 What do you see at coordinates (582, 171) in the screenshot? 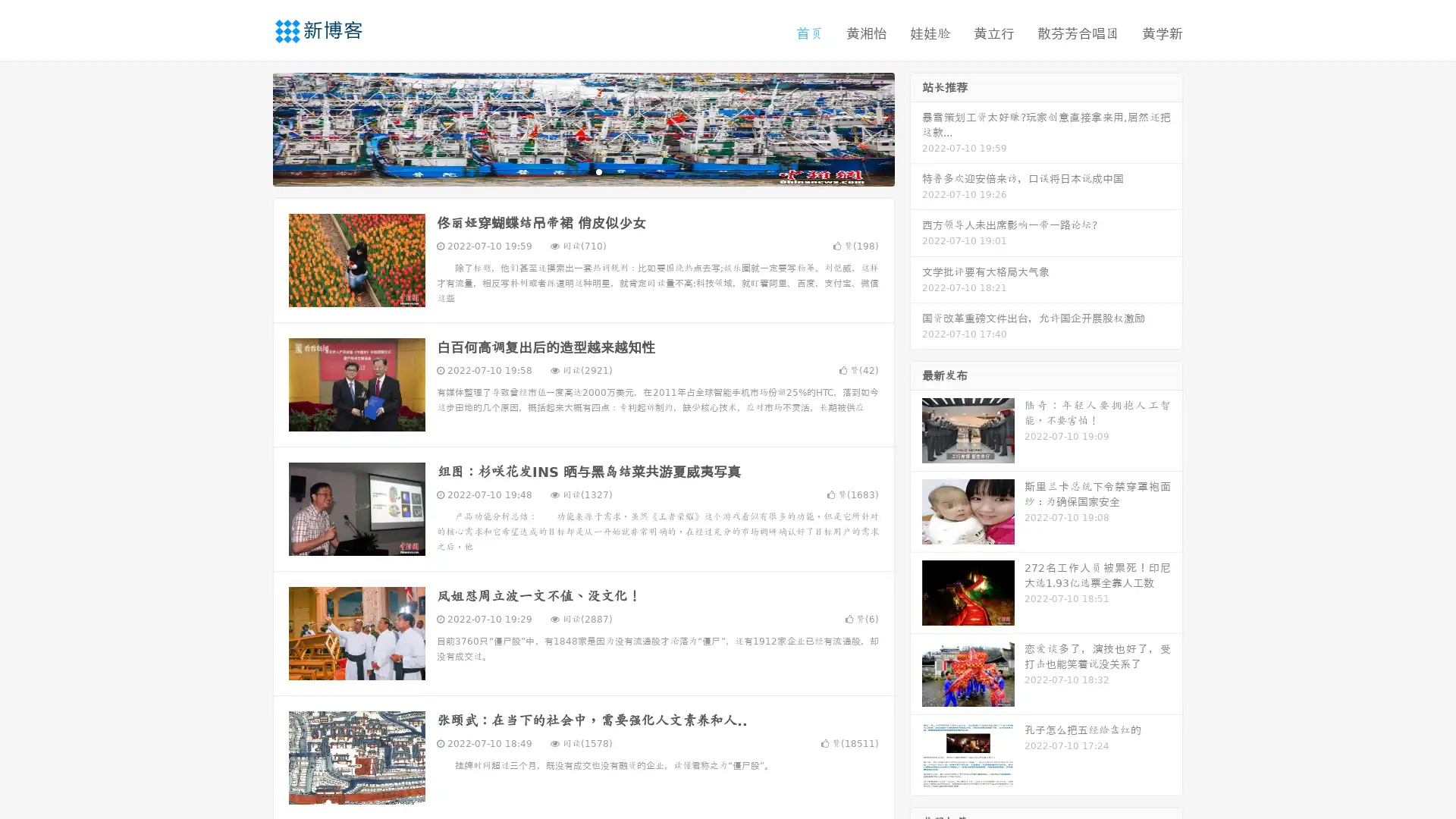
I see `Go to slide 2` at bounding box center [582, 171].